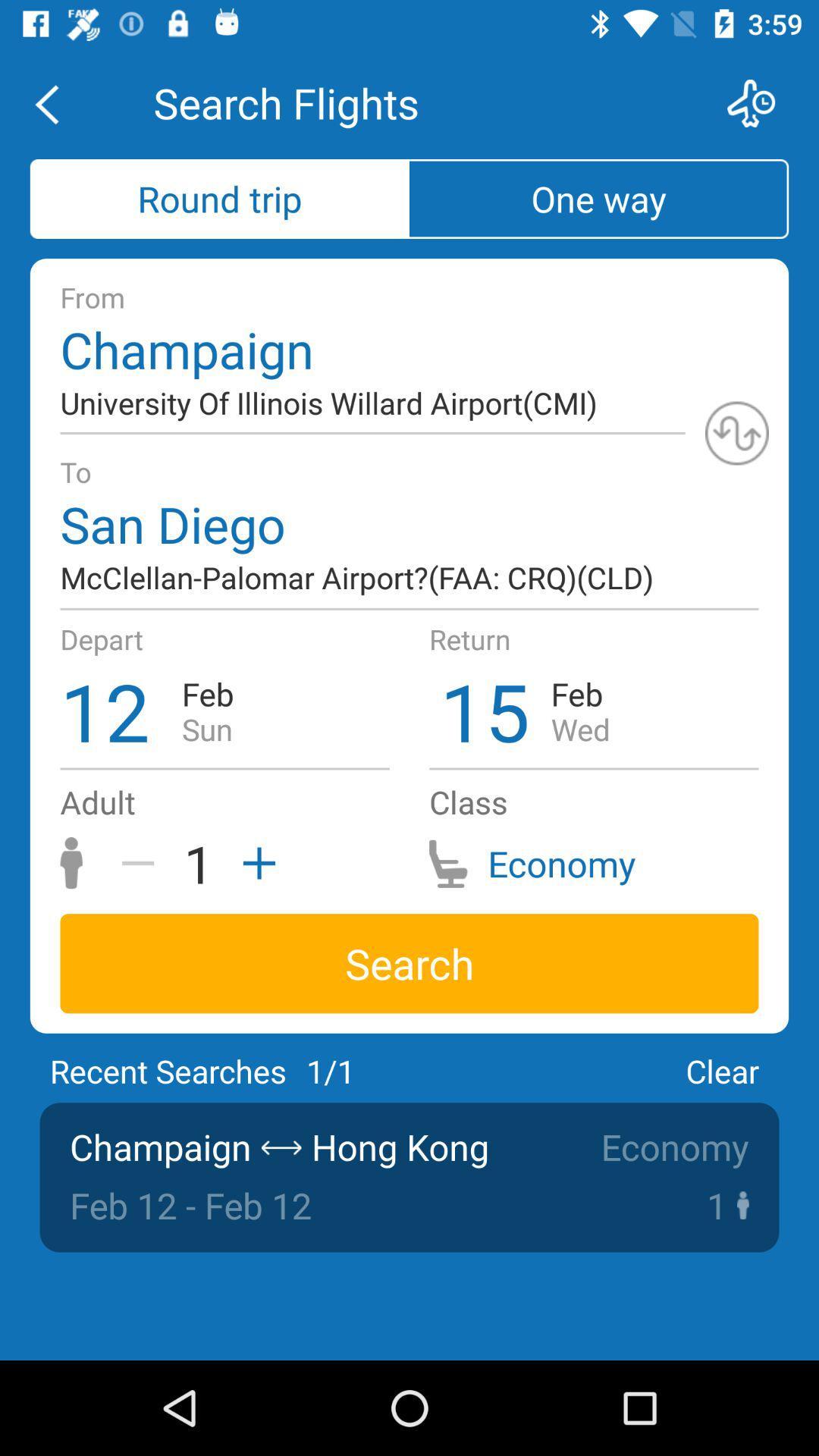 This screenshot has width=819, height=1456. Describe the element at coordinates (721, 1070) in the screenshot. I see `icon above the economy icon` at that location.